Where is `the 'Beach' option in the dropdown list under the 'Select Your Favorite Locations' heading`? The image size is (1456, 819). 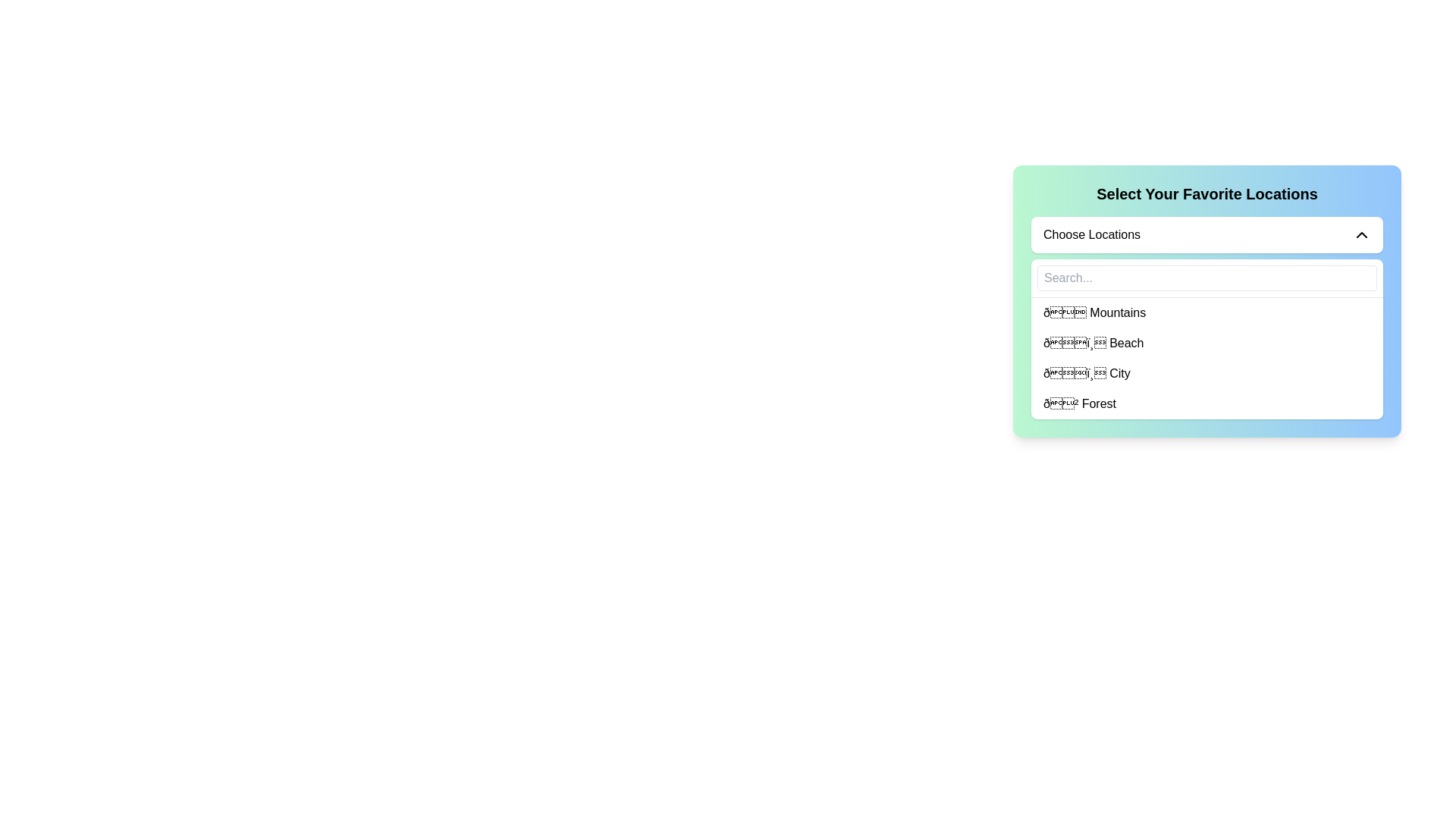
the 'Beach' option in the dropdown list under the 'Select Your Favorite Locations' heading is located at coordinates (1094, 343).